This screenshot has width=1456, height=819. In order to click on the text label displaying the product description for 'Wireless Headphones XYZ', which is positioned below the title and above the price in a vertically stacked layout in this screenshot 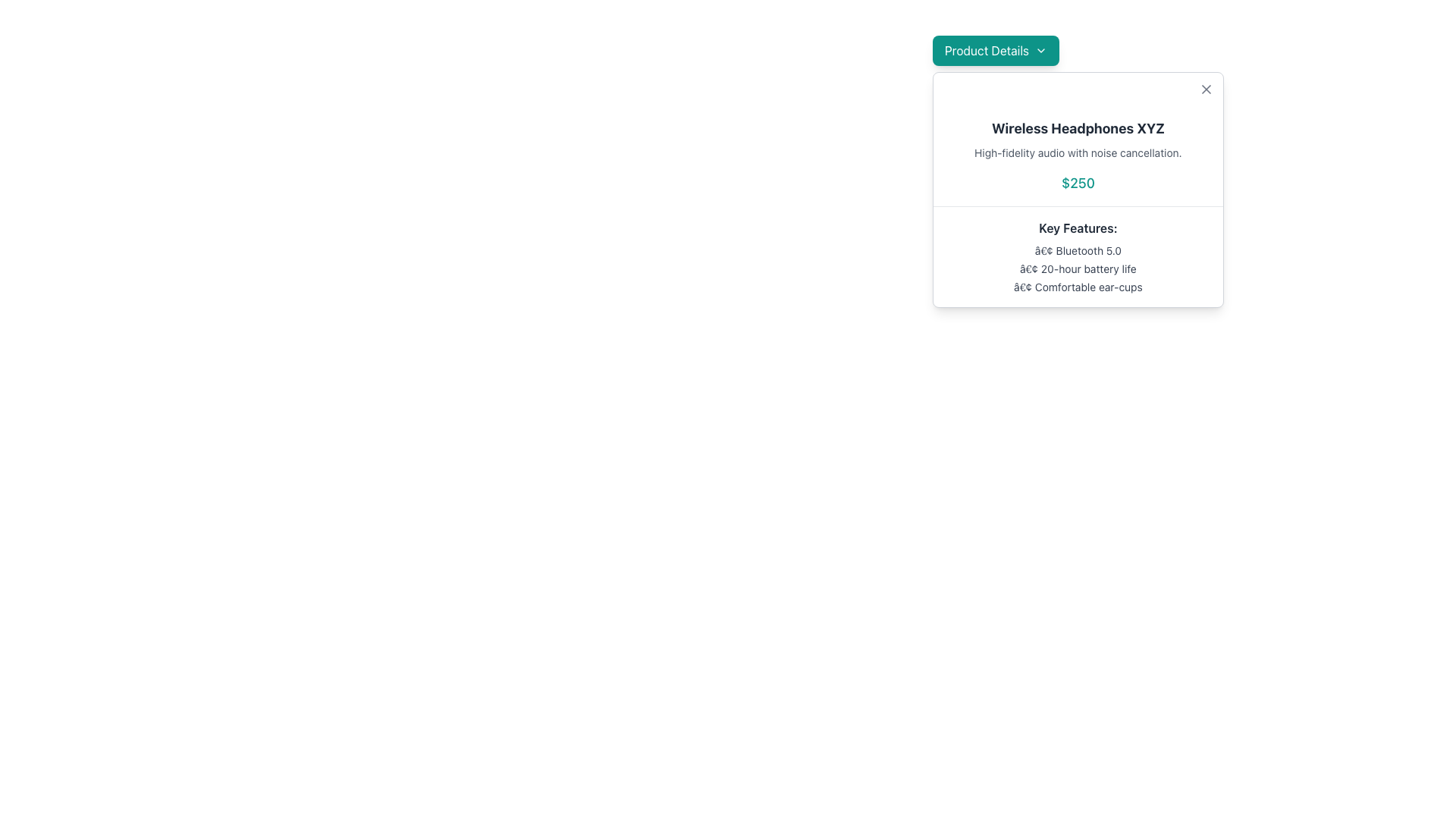, I will do `click(1077, 152)`.